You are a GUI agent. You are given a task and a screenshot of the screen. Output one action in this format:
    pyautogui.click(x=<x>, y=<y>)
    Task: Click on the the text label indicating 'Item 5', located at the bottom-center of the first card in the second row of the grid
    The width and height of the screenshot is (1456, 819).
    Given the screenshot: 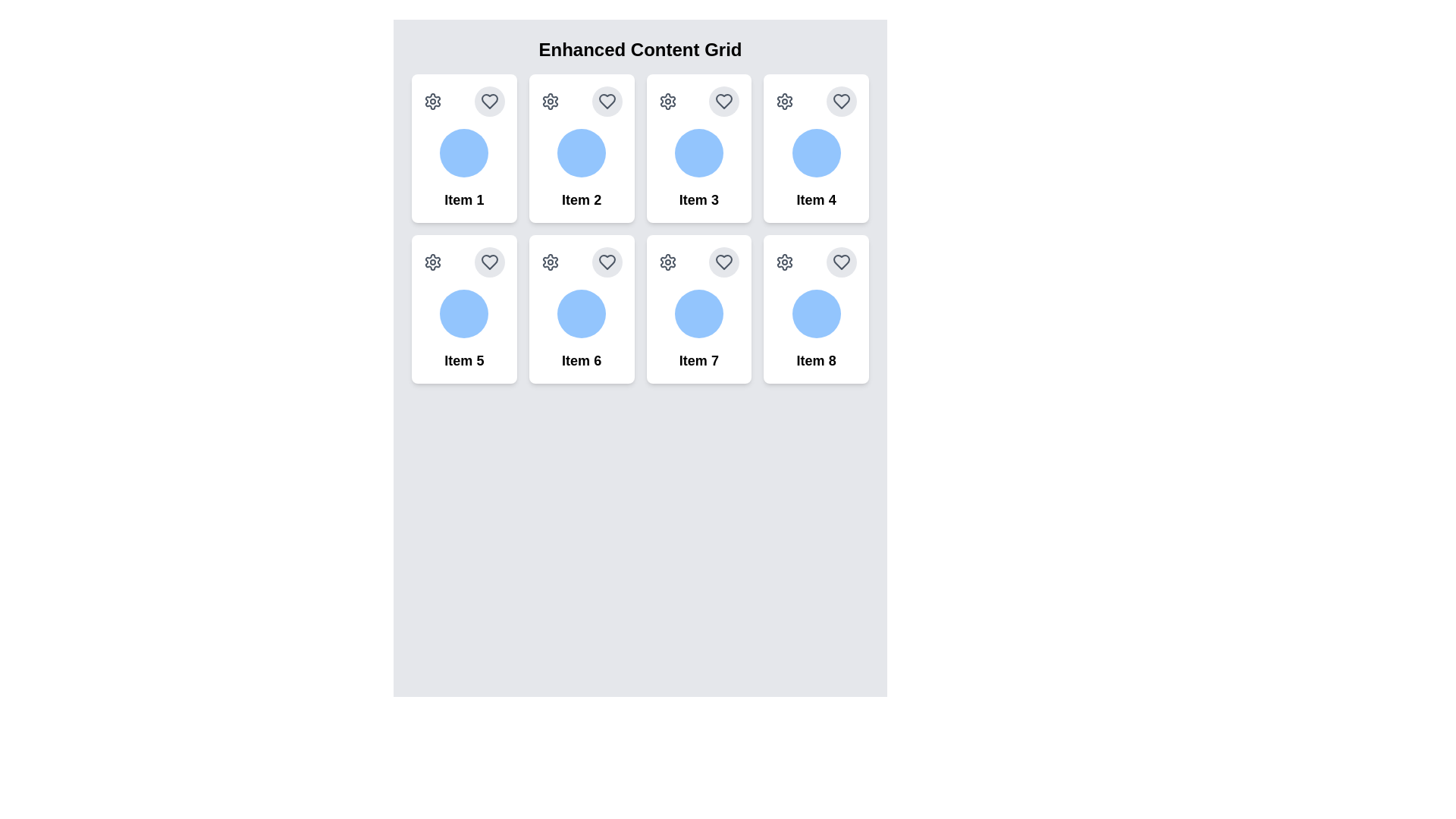 What is the action you would take?
    pyautogui.click(x=463, y=360)
    